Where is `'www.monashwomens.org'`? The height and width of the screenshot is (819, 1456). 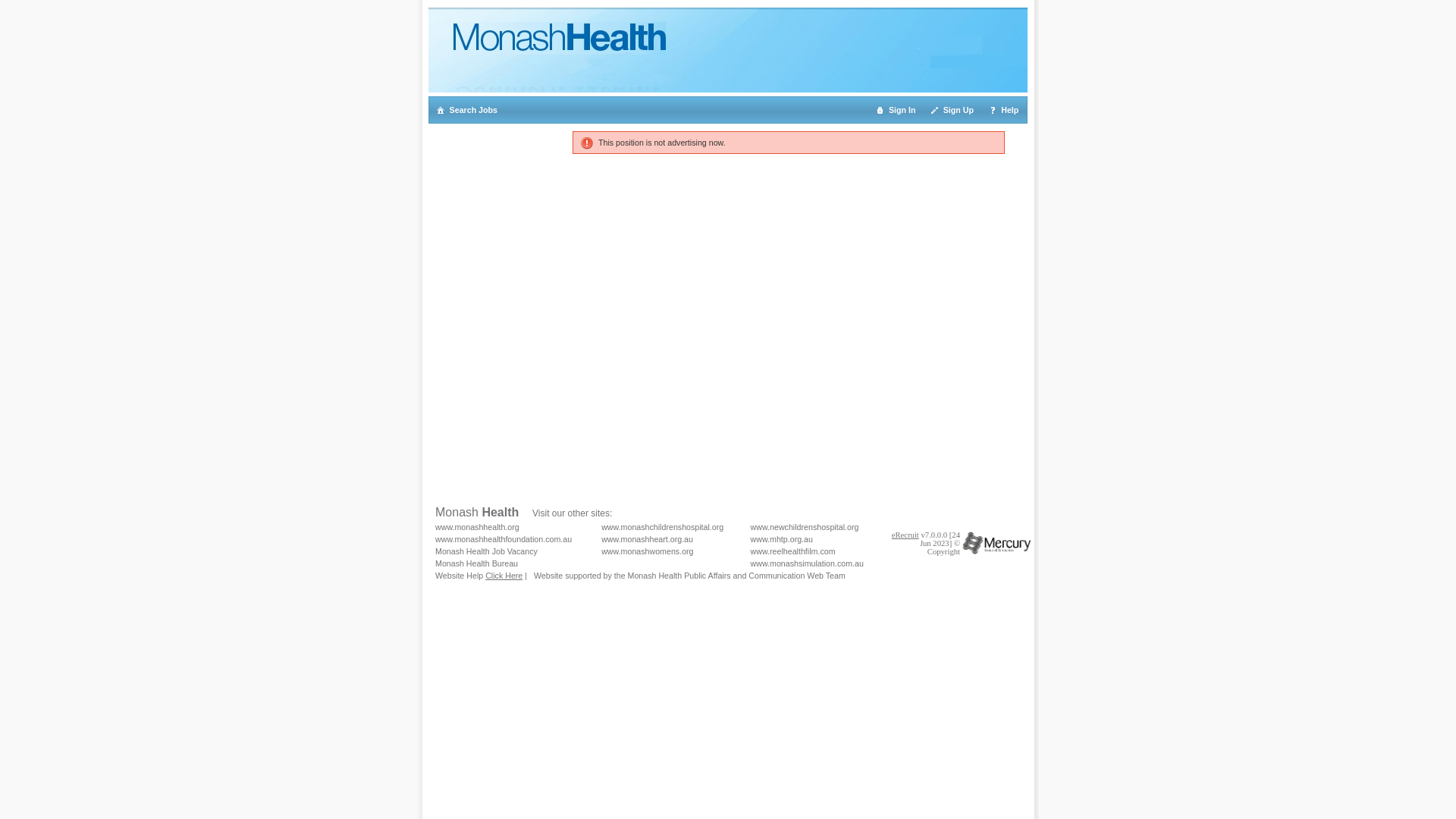
'www.monashwomens.org' is located at coordinates (647, 551).